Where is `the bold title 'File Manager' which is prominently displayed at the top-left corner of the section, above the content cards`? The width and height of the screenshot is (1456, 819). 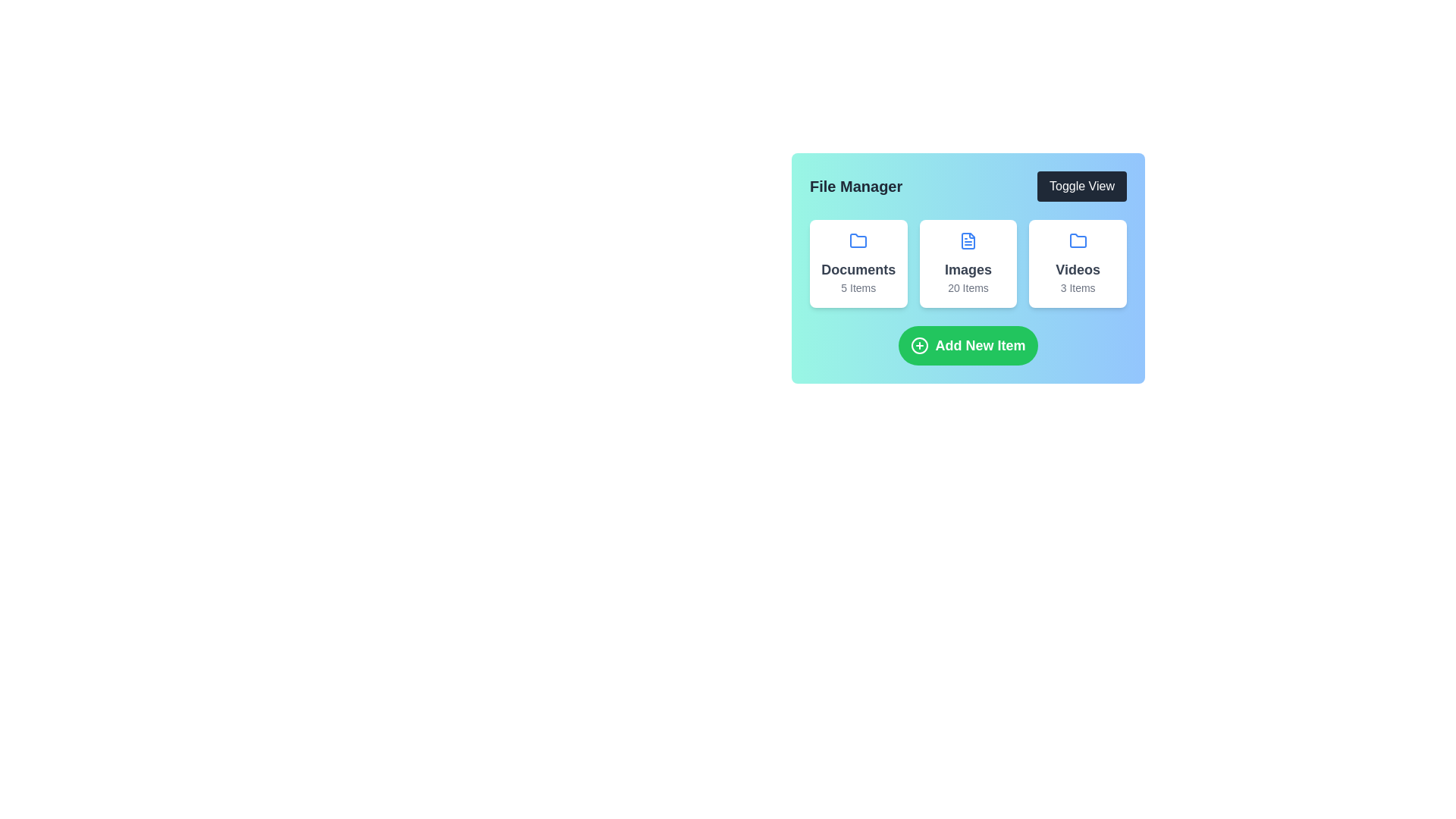
the bold title 'File Manager' which is prominently displayed at the top-left corner of the section, above the content cards is located at coordinates (856, 186).